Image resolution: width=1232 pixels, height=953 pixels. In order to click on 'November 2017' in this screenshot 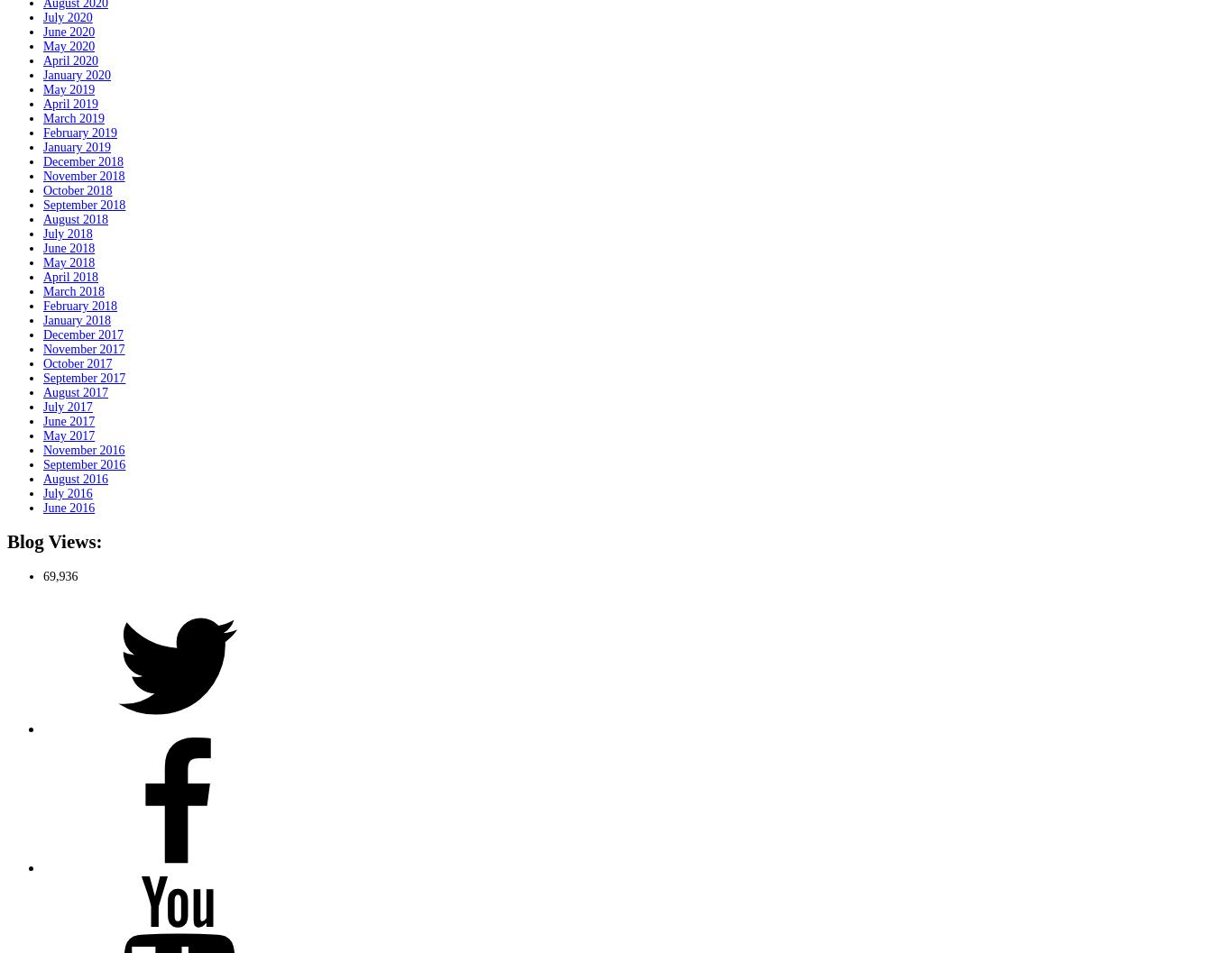, I will do `click(42, 347)`.